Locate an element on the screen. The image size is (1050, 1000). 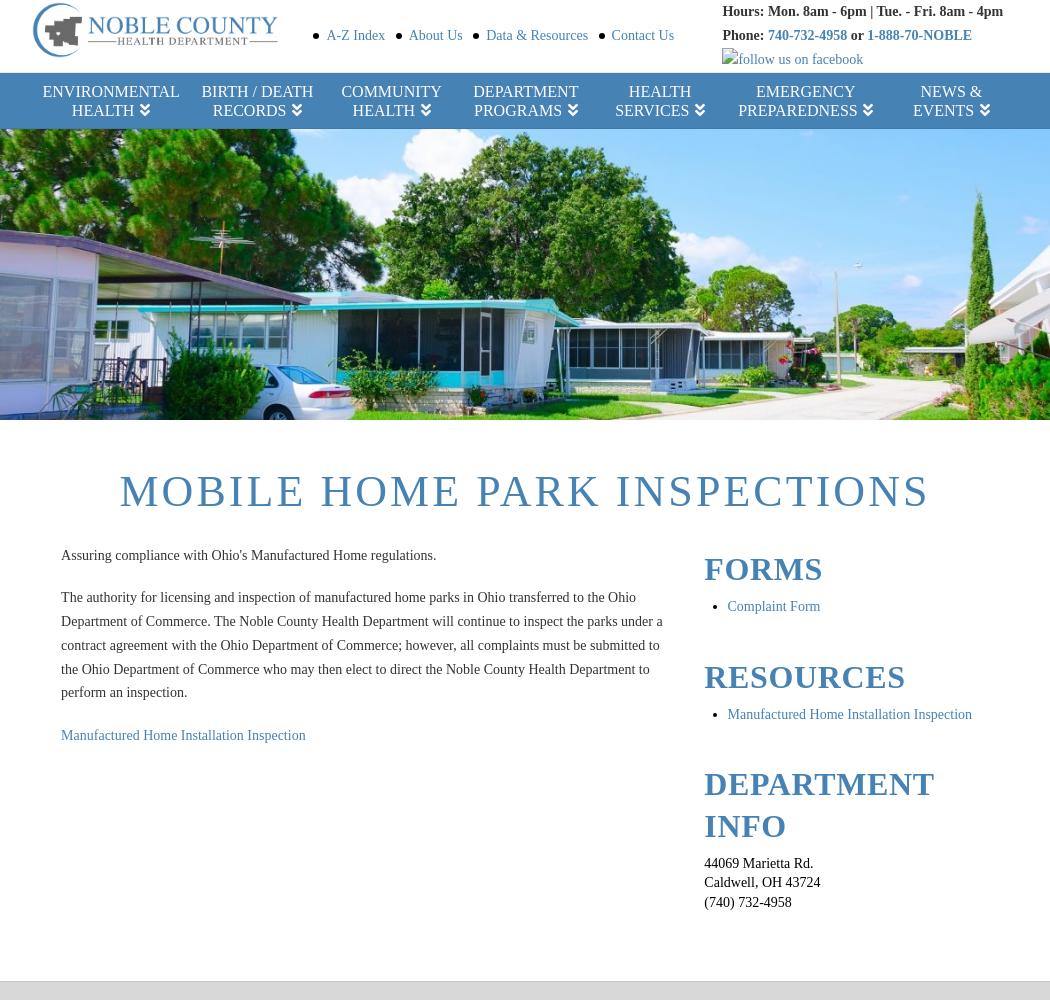
'(740) 732-4958' is located at coordinates (746, 901).